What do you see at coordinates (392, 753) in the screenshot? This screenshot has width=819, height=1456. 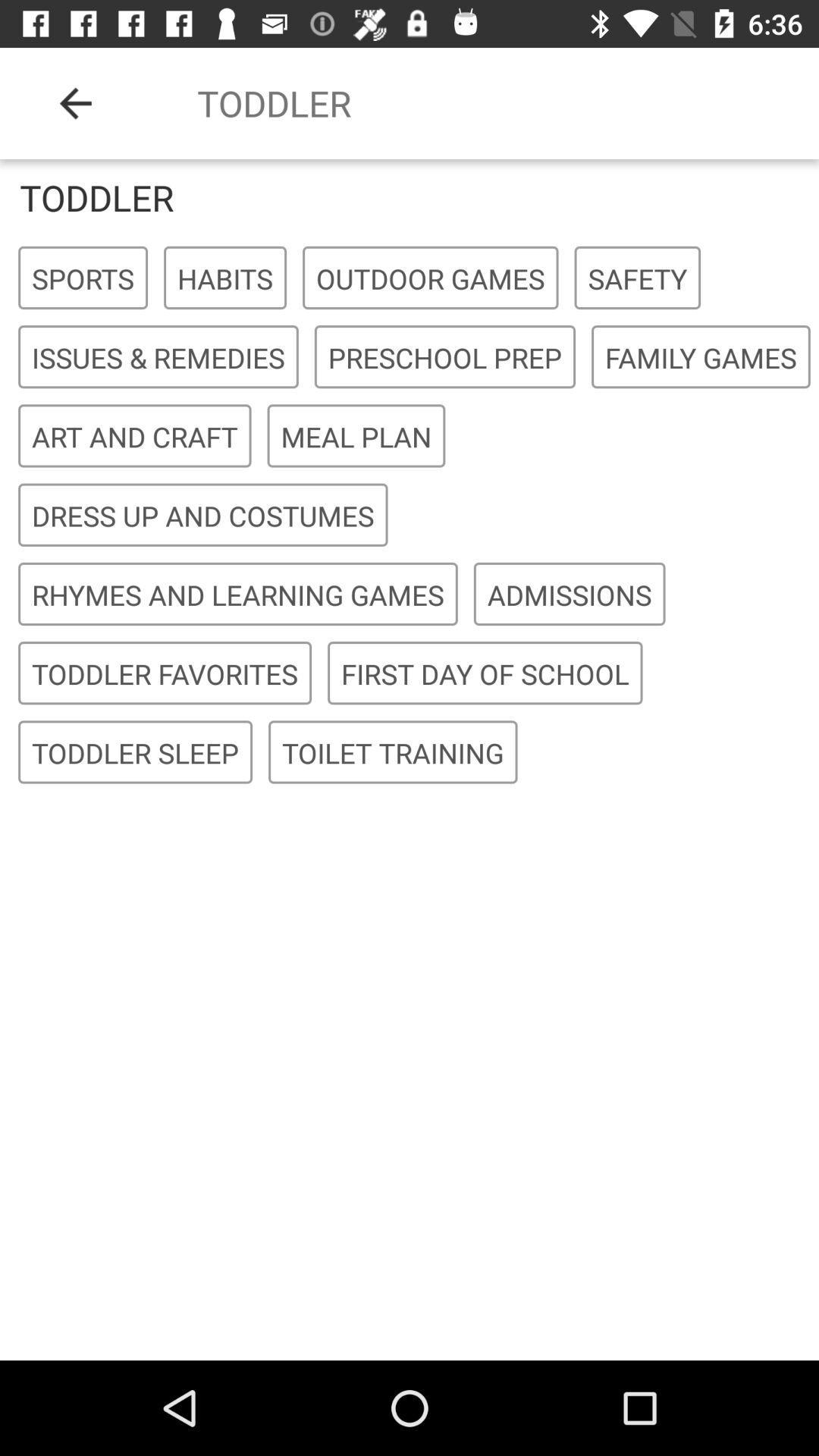 I see `the icon below the toddler favorites` at bounding box center [392, 753].